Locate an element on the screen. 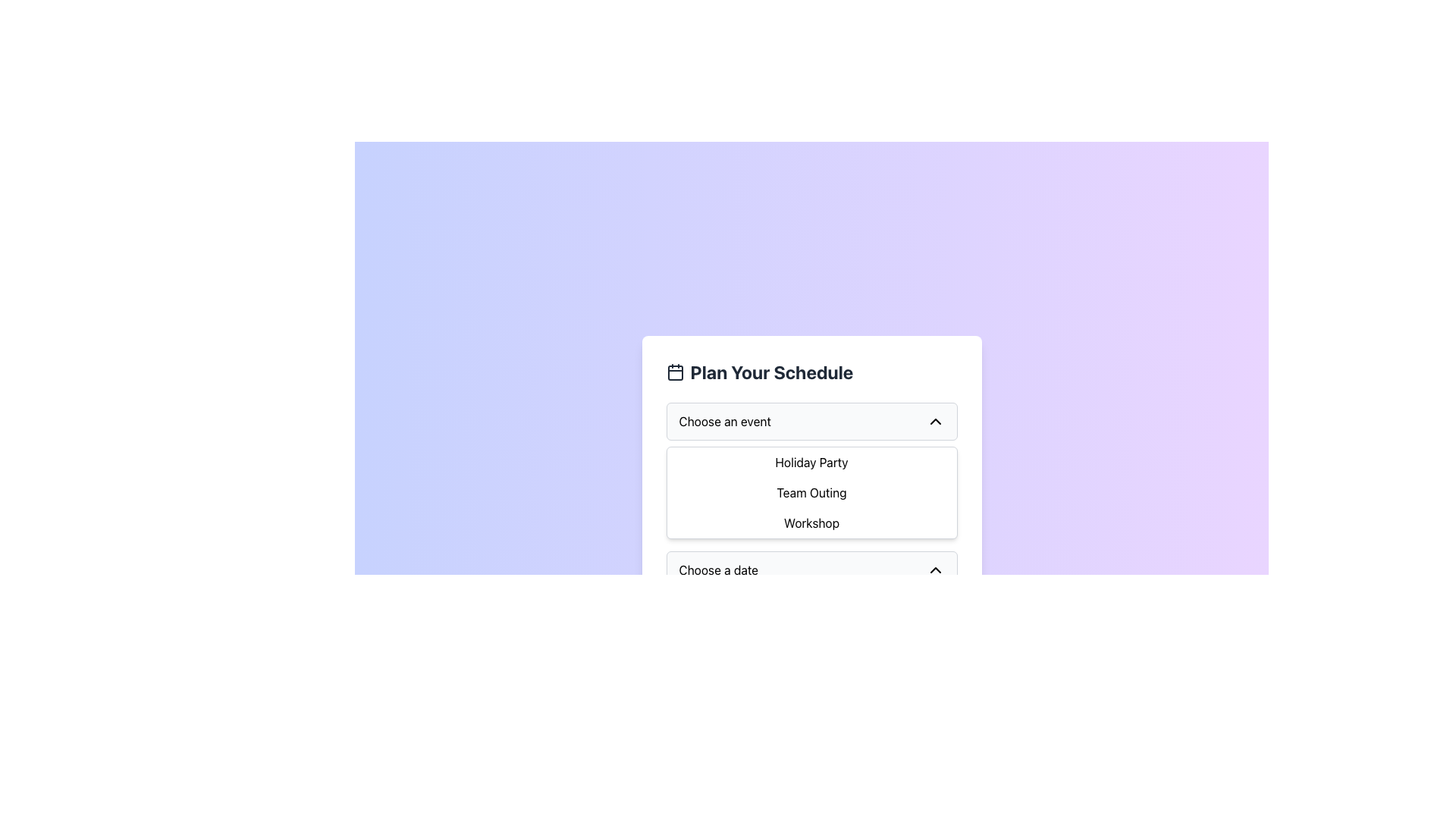 The image size is (1456, 819). the 'Team Outing' dropdown option, which is the second item in the 'Choose an event' list under 'Plan Your Schedule' is located at coordinates (811, 493).